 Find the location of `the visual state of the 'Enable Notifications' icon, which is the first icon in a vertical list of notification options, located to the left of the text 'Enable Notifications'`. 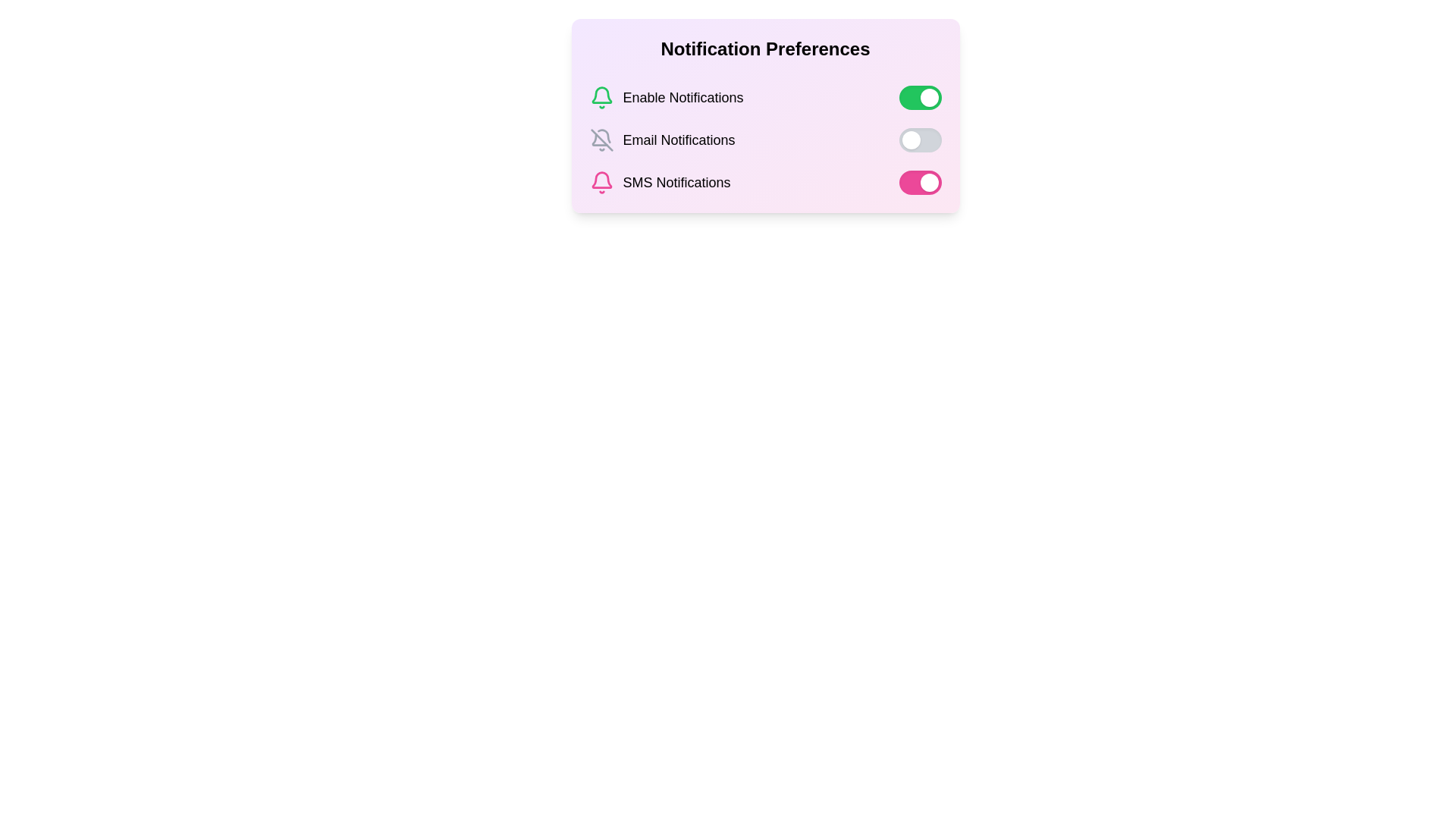

the visual state of the 'Enable Notifications' icon, which is the first icon in a vertical list of notification options, located to the left of the text 'Enable Notifications' is located at coordinates (601, 97).